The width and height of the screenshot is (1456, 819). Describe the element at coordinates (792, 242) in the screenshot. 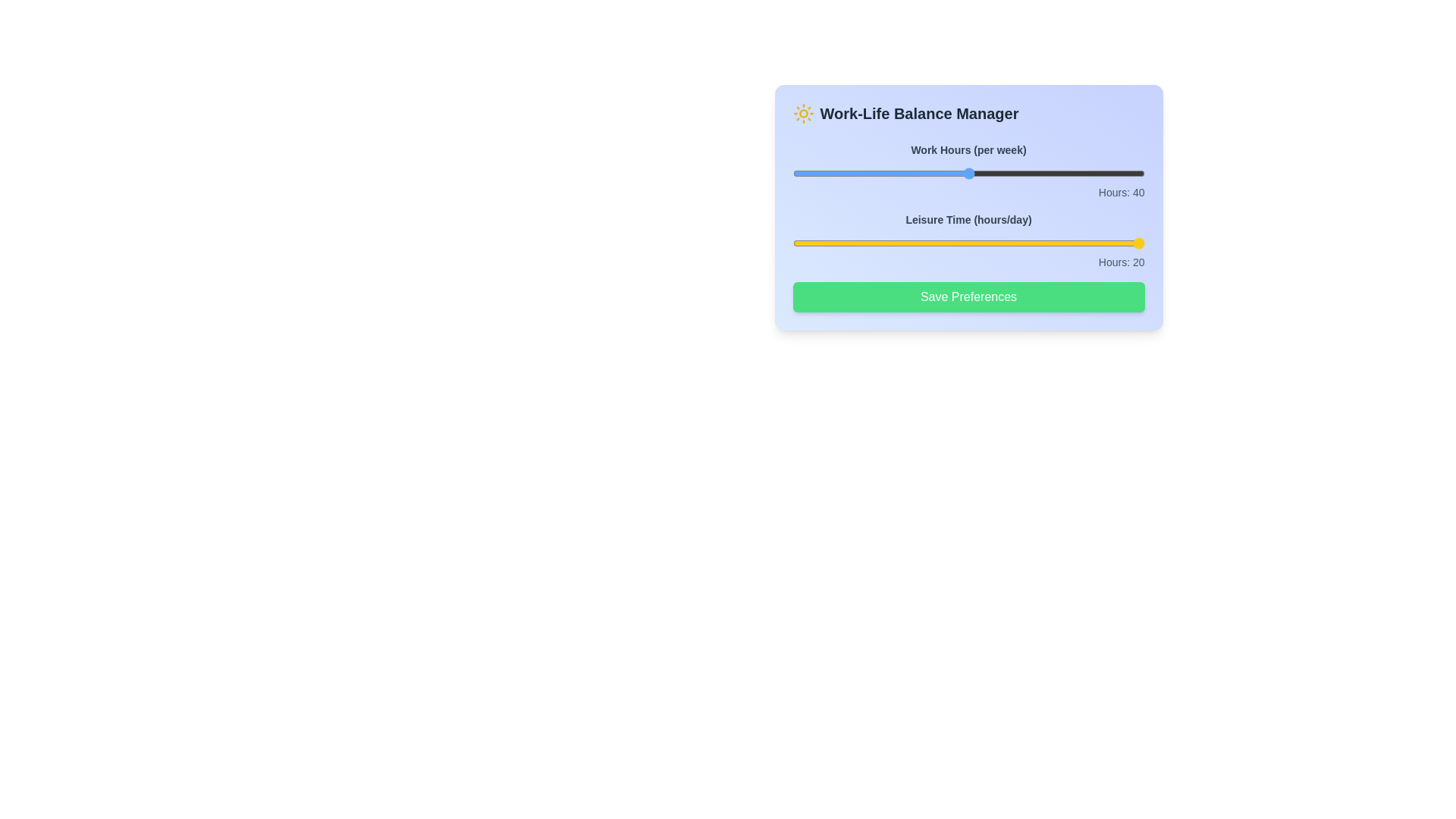

I see `the 'Leisure Time' slider to set leisure hours to 2` at that location.